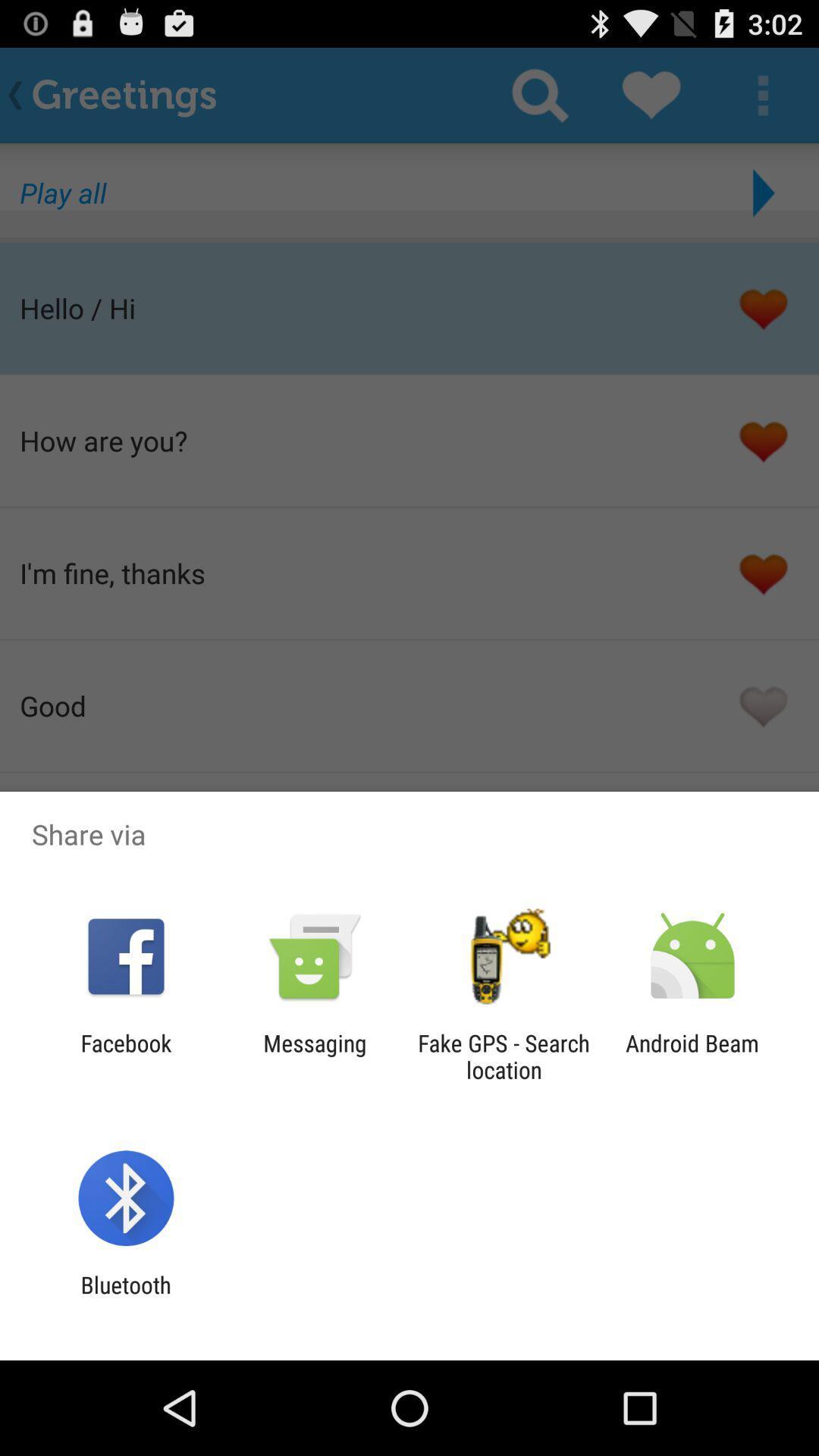 The width and height of the screenshot is (819, 1456). Describe the element at coordinates (504, 1056) in the screenshot. I see `the icon to the right of messaging item` at that location.